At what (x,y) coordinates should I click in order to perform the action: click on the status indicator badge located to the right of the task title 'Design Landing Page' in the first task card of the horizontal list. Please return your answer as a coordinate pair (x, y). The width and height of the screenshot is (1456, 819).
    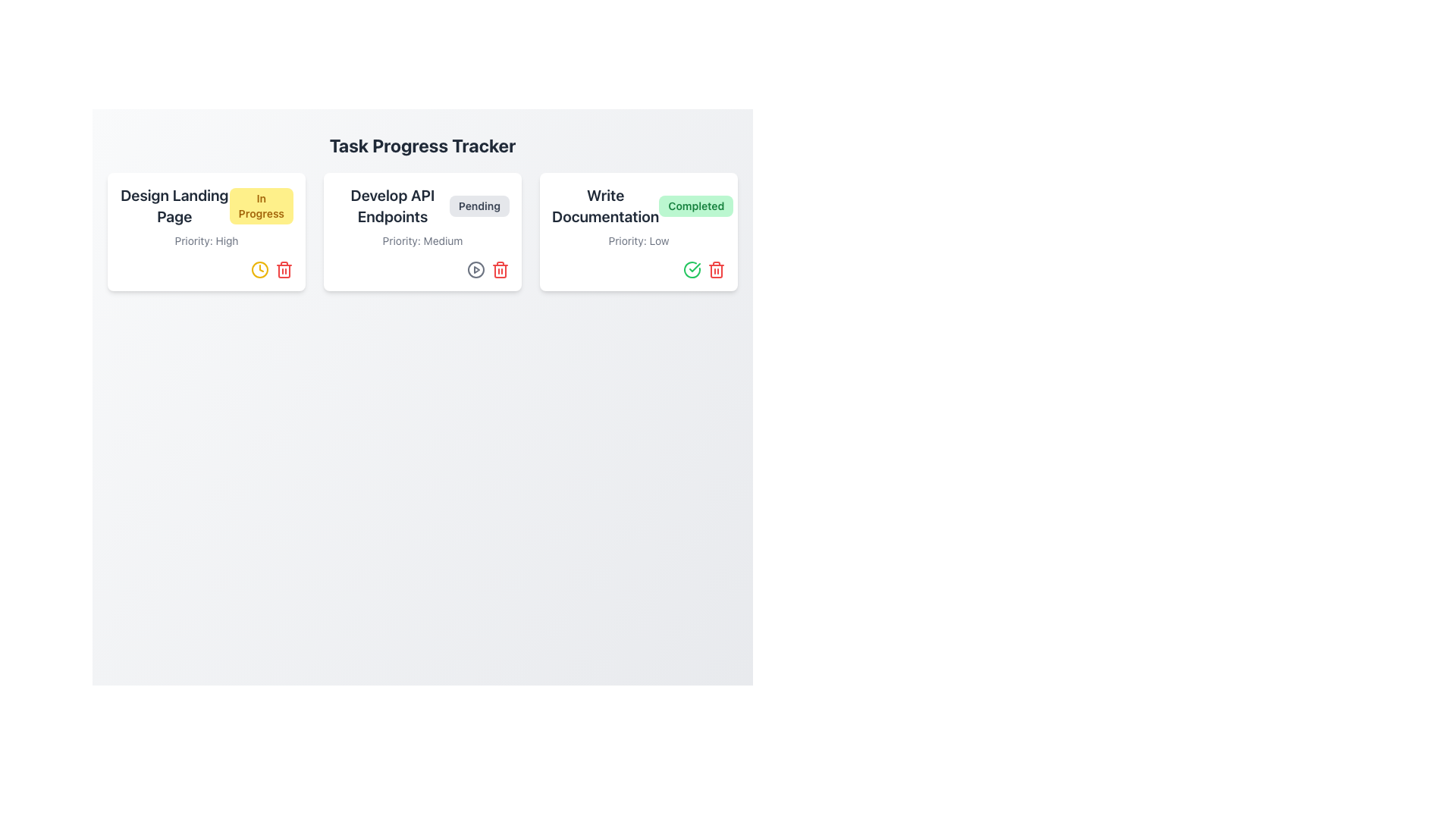
    Looking at the image, I should click on (261, 206).